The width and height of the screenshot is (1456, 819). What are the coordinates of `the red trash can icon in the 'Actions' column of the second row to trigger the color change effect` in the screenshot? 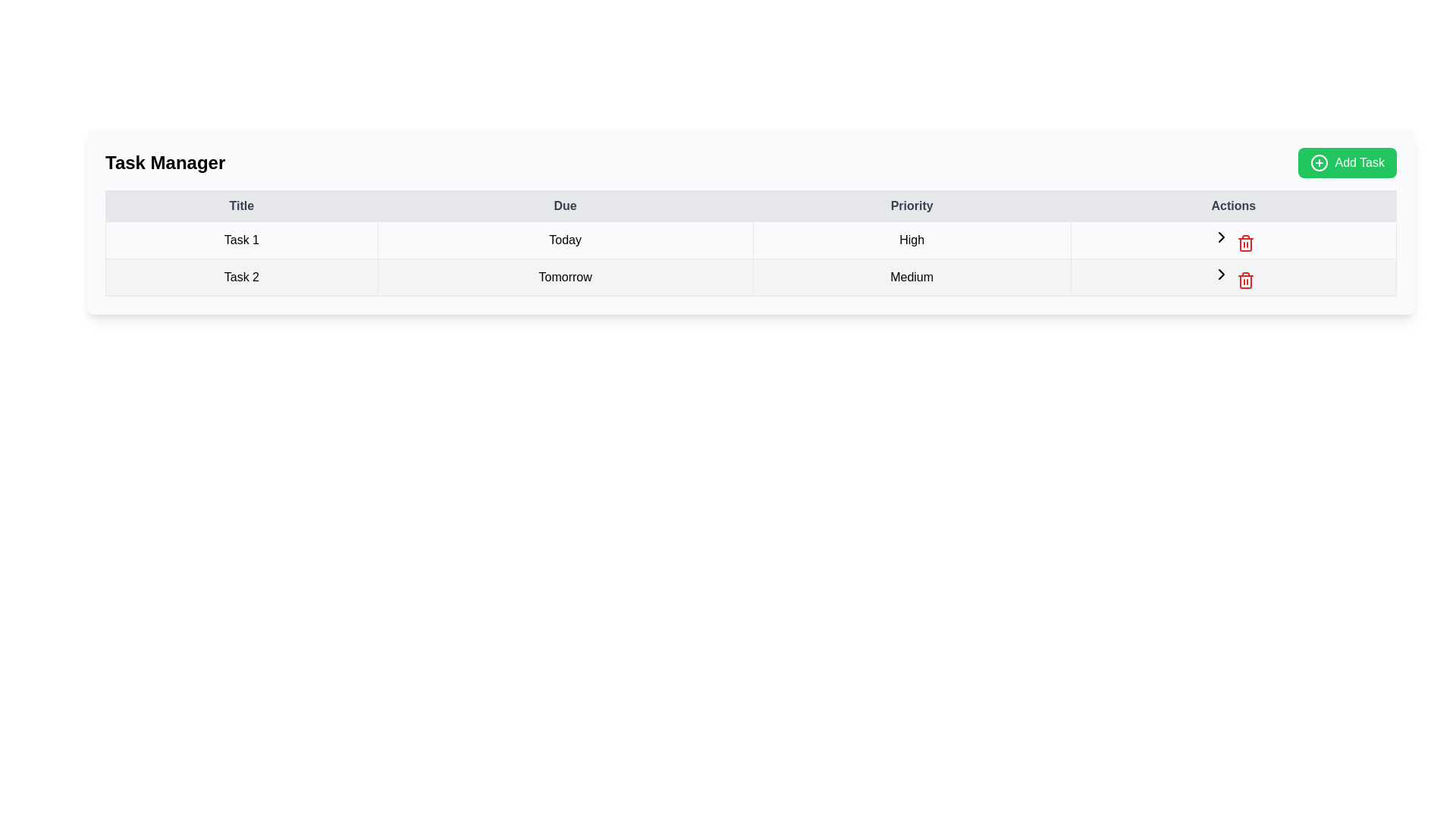 It's located at (1245, 280).